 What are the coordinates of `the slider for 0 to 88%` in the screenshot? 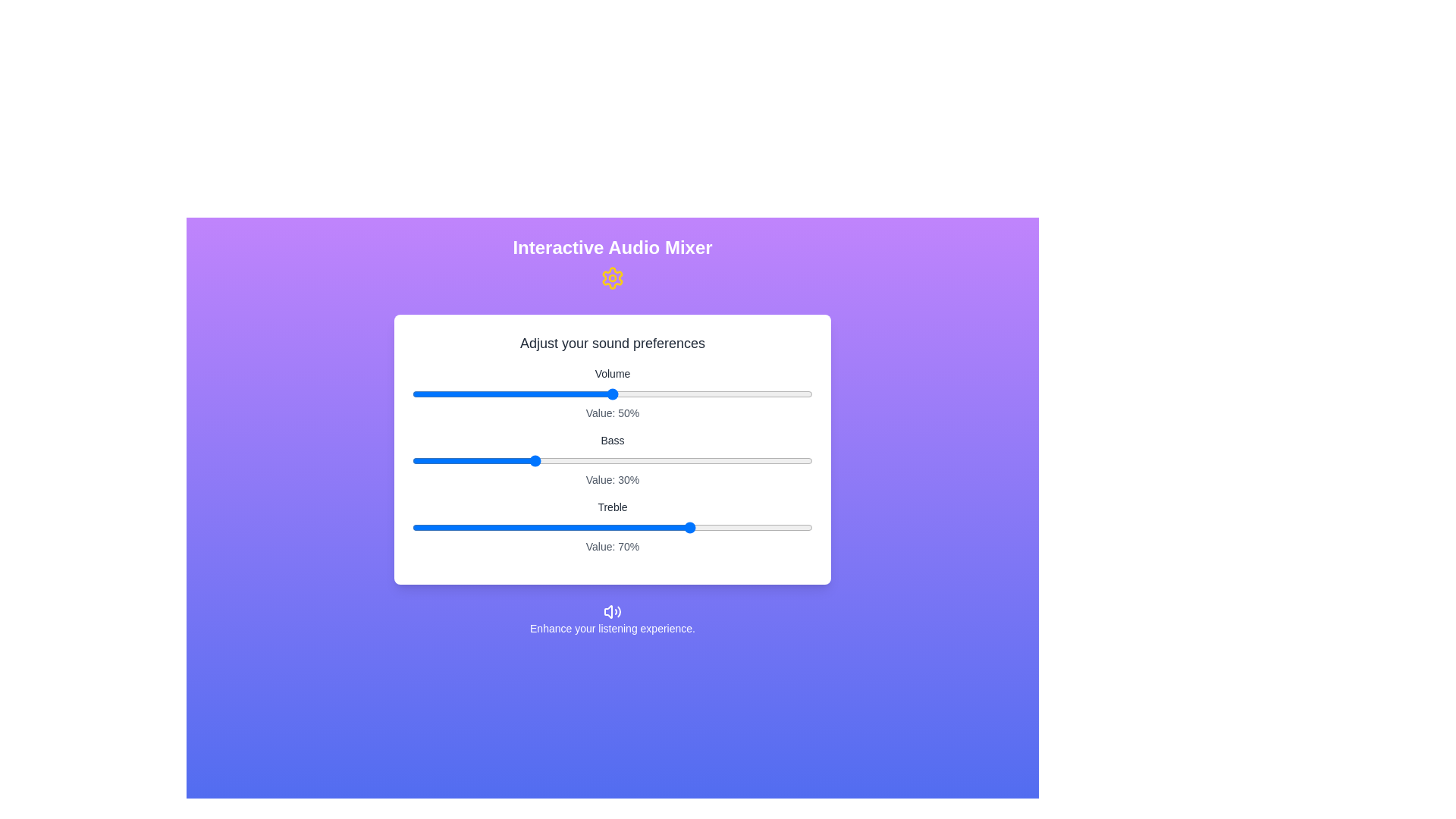 It's located at (764, 394).